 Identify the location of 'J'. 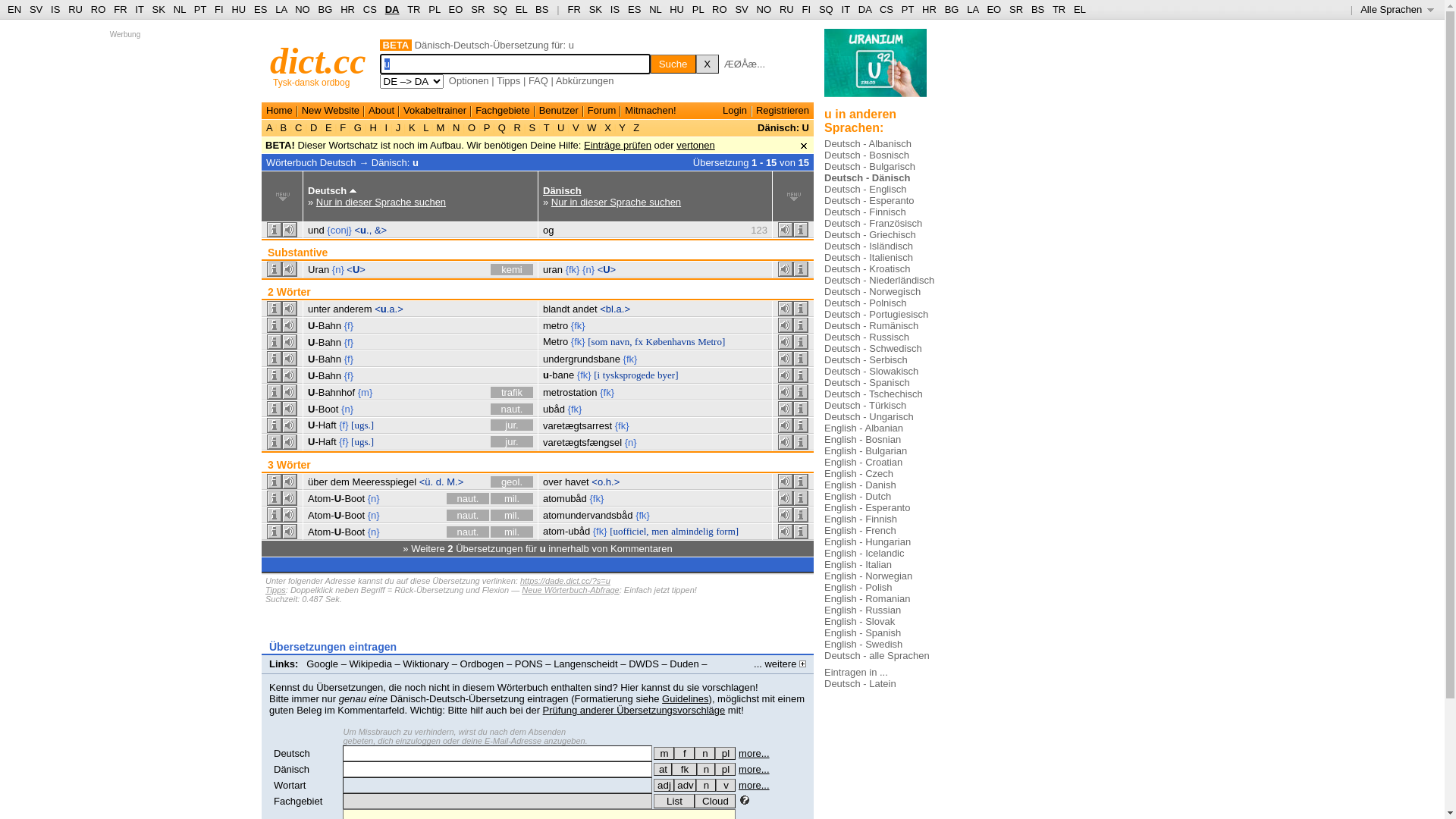
(393, 127).